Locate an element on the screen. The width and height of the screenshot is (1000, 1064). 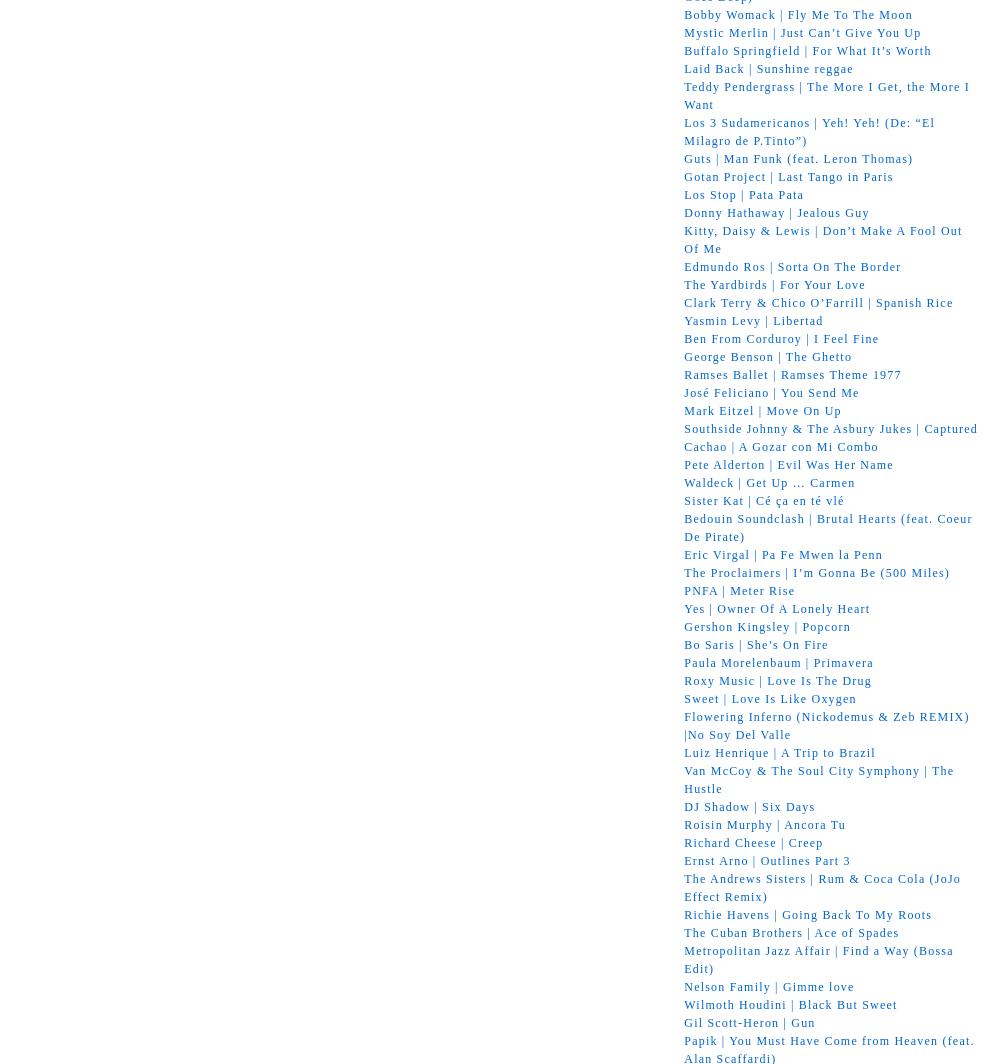
'Richard Cheese | Creep' is located at coordinates (753, 842).